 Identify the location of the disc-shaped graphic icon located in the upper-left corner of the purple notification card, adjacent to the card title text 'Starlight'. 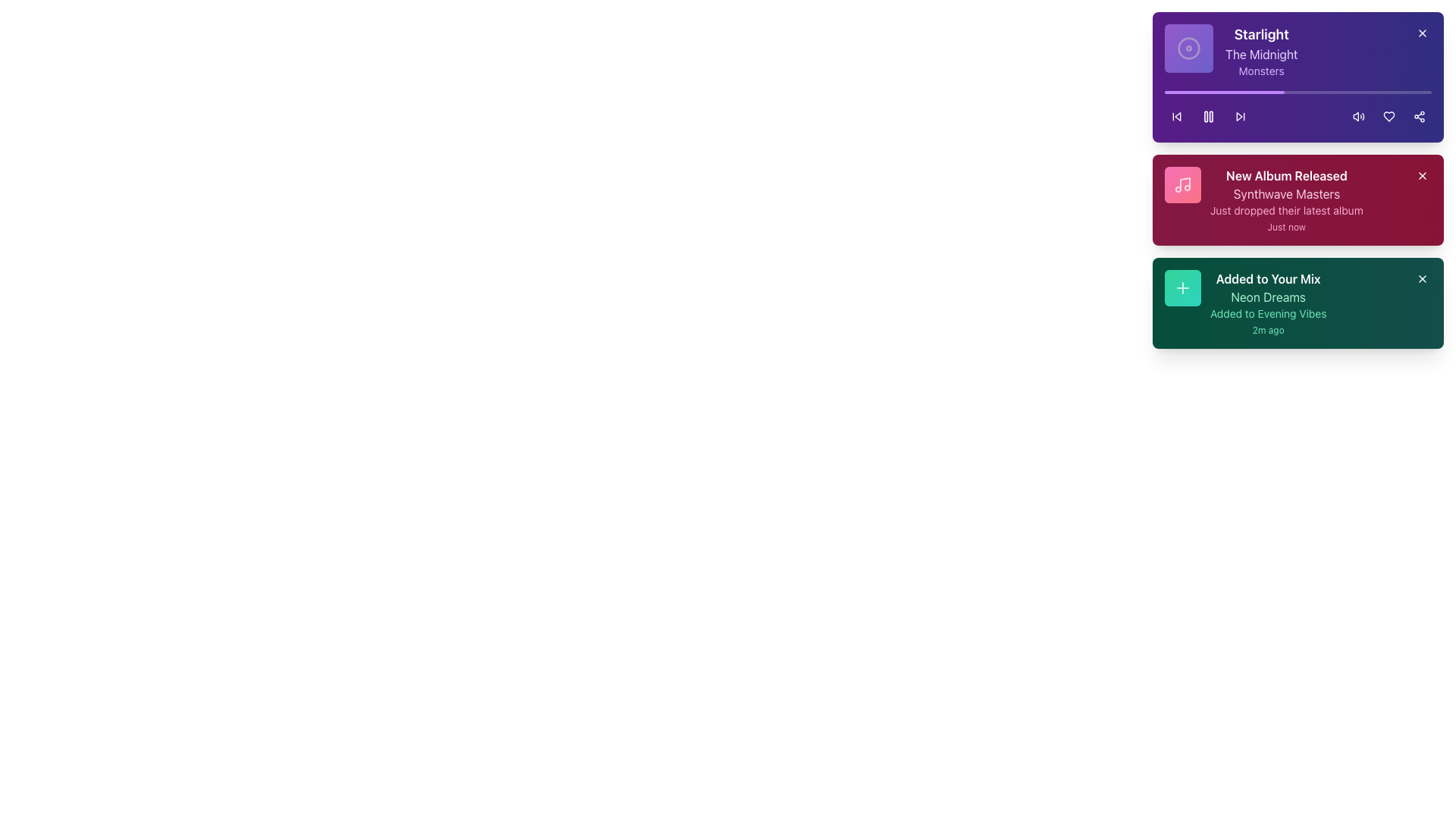
(1188, 48).